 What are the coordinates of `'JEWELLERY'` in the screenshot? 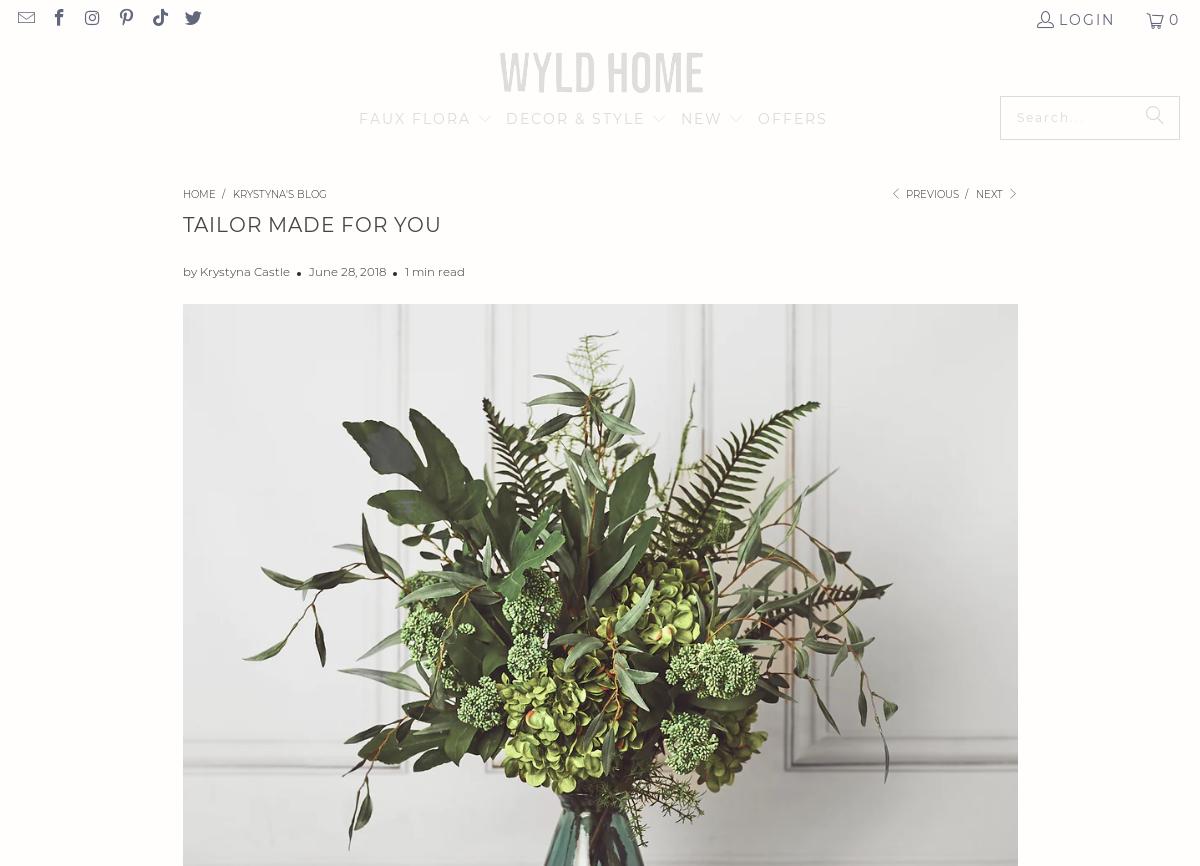 It's located at (576, 397).